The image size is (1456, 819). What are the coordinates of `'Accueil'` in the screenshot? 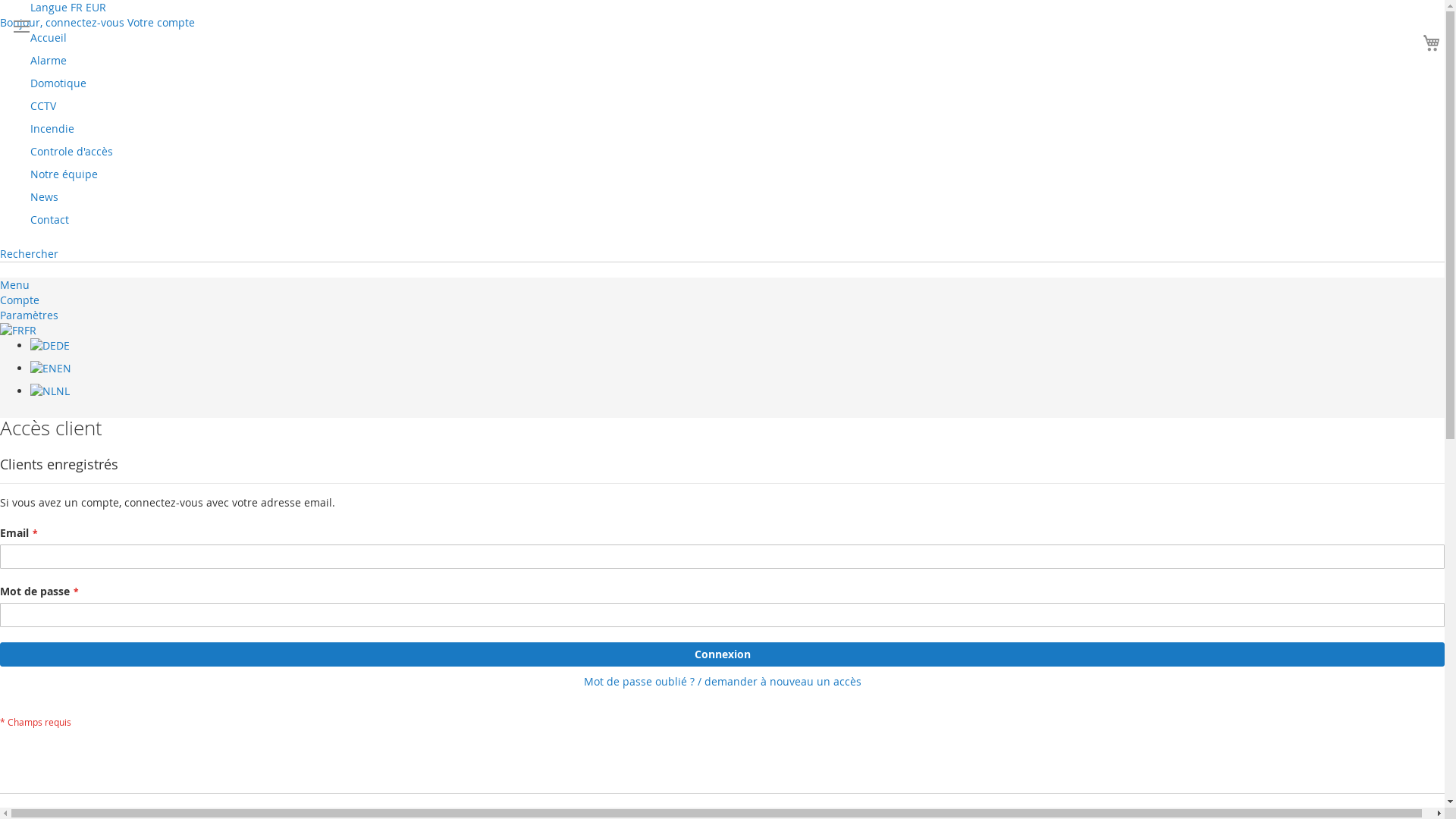 It's located at (30, 36).